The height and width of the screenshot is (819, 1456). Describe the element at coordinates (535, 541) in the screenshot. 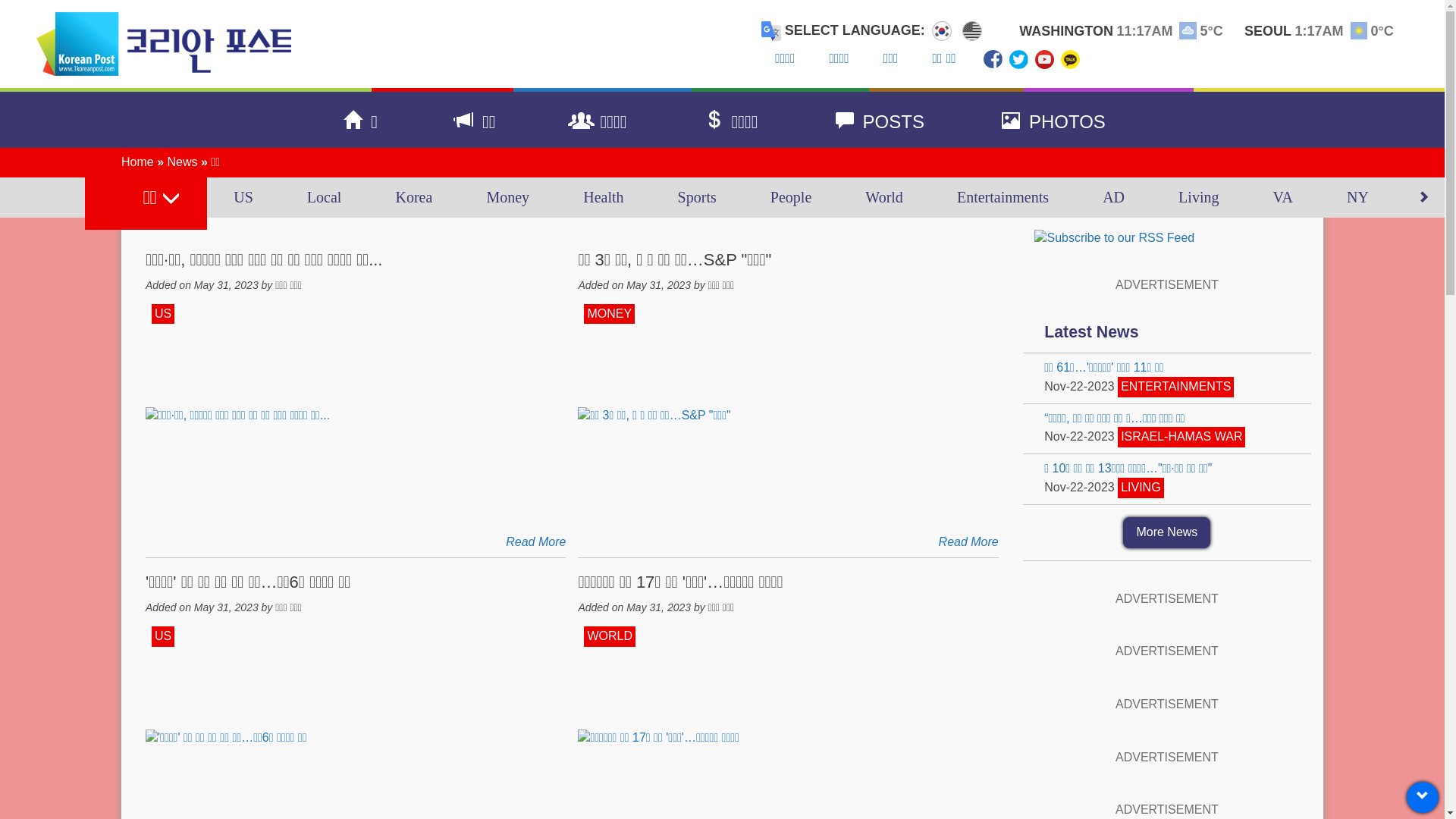

I see `'Read More'` at that location.